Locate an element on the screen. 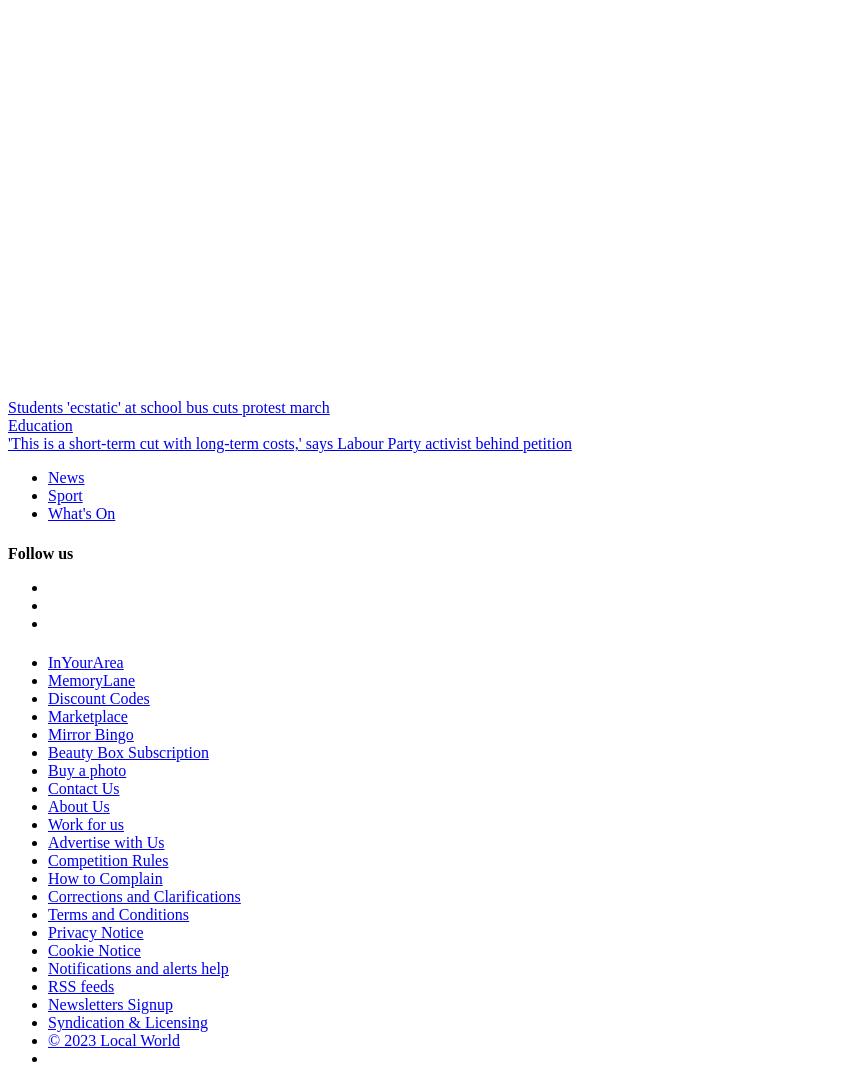  'Students 'ecstatic' at school bus cuts protest march' is located at coordinates (7, 406).